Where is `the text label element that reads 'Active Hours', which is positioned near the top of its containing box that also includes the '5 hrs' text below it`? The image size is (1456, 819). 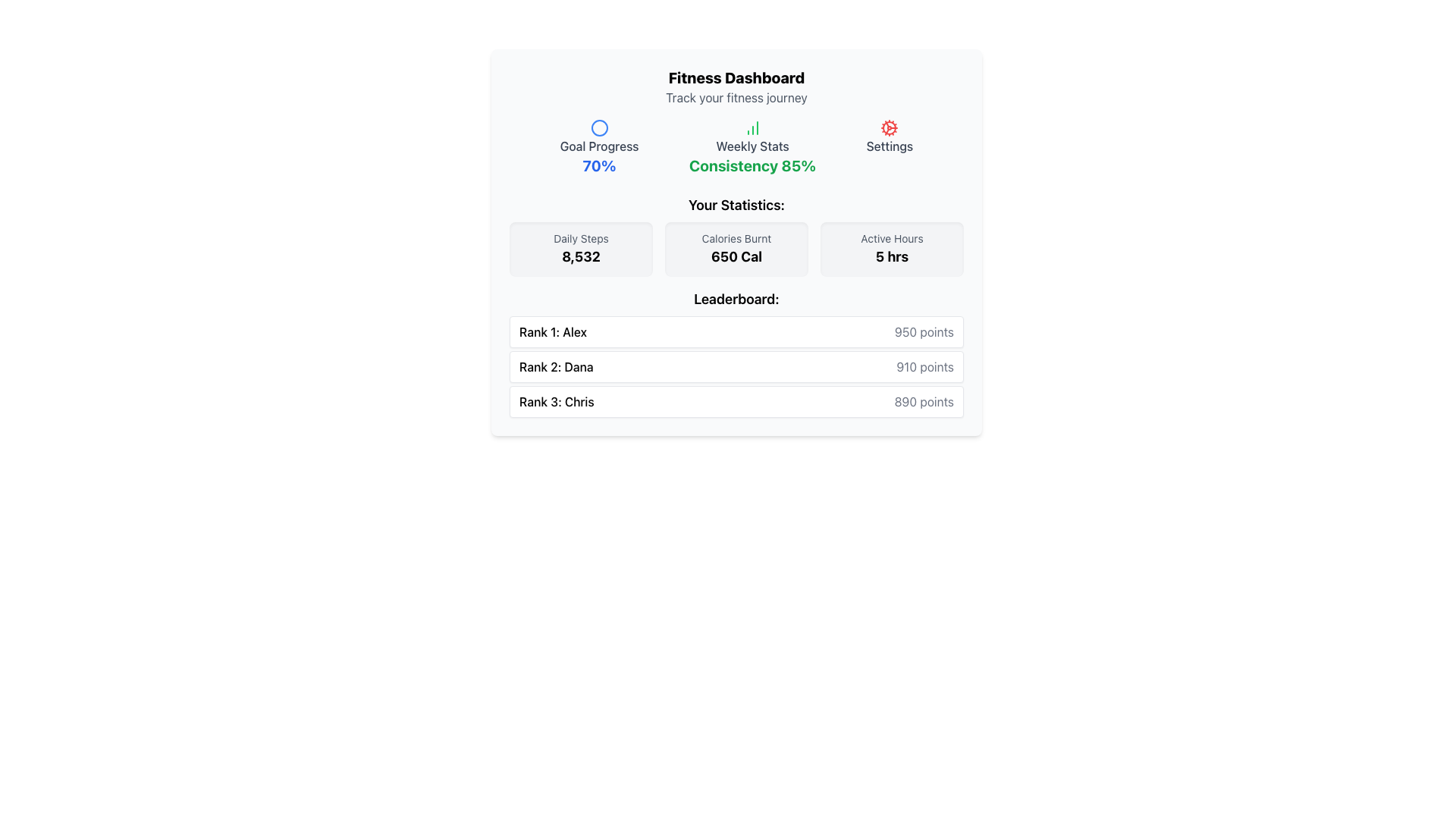 the text label element that reads 'Active Hours', which is positioned near the top of its containing box that also includes the '5 hrs' text below it is located at coordinates (892, 239).